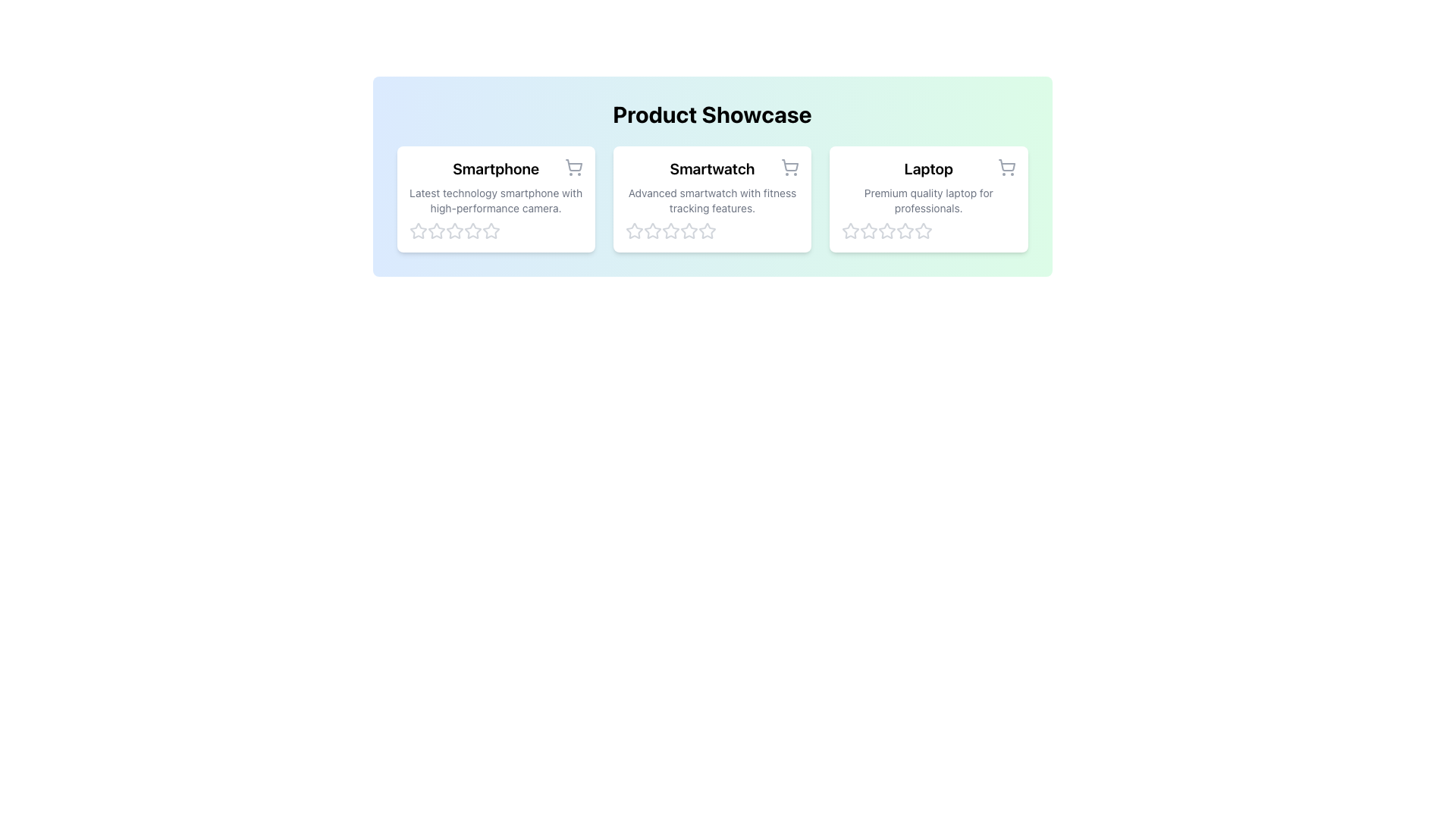 The width and height of the screenshot is (1456, 819). Describe the element at coordinates (652, 231) in the screenshot. I see `the second gray star icon in the rating system within the 'Smartwatch' card to rate it` at that location.